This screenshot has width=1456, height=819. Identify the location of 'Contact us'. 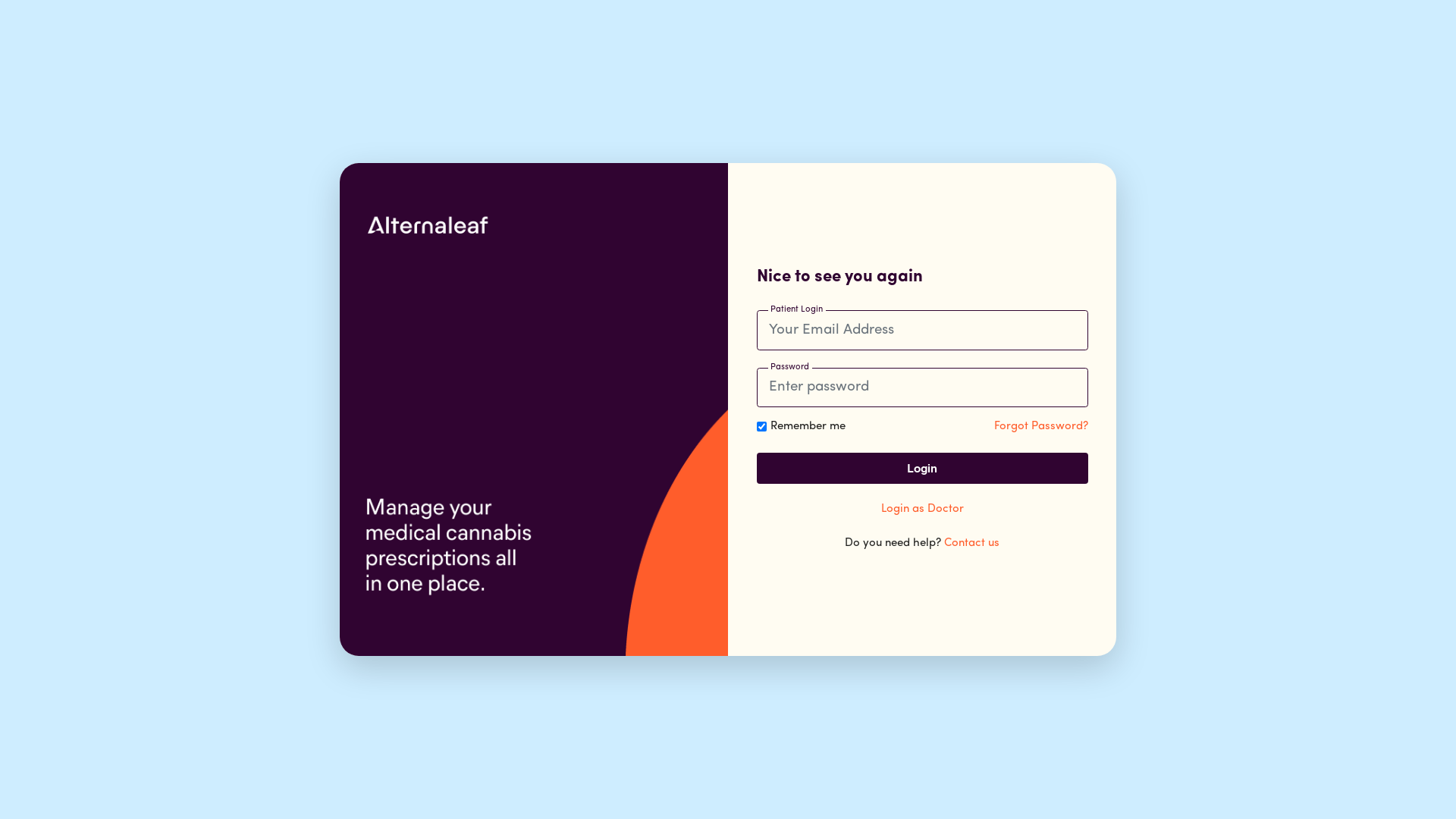
(971, 542).